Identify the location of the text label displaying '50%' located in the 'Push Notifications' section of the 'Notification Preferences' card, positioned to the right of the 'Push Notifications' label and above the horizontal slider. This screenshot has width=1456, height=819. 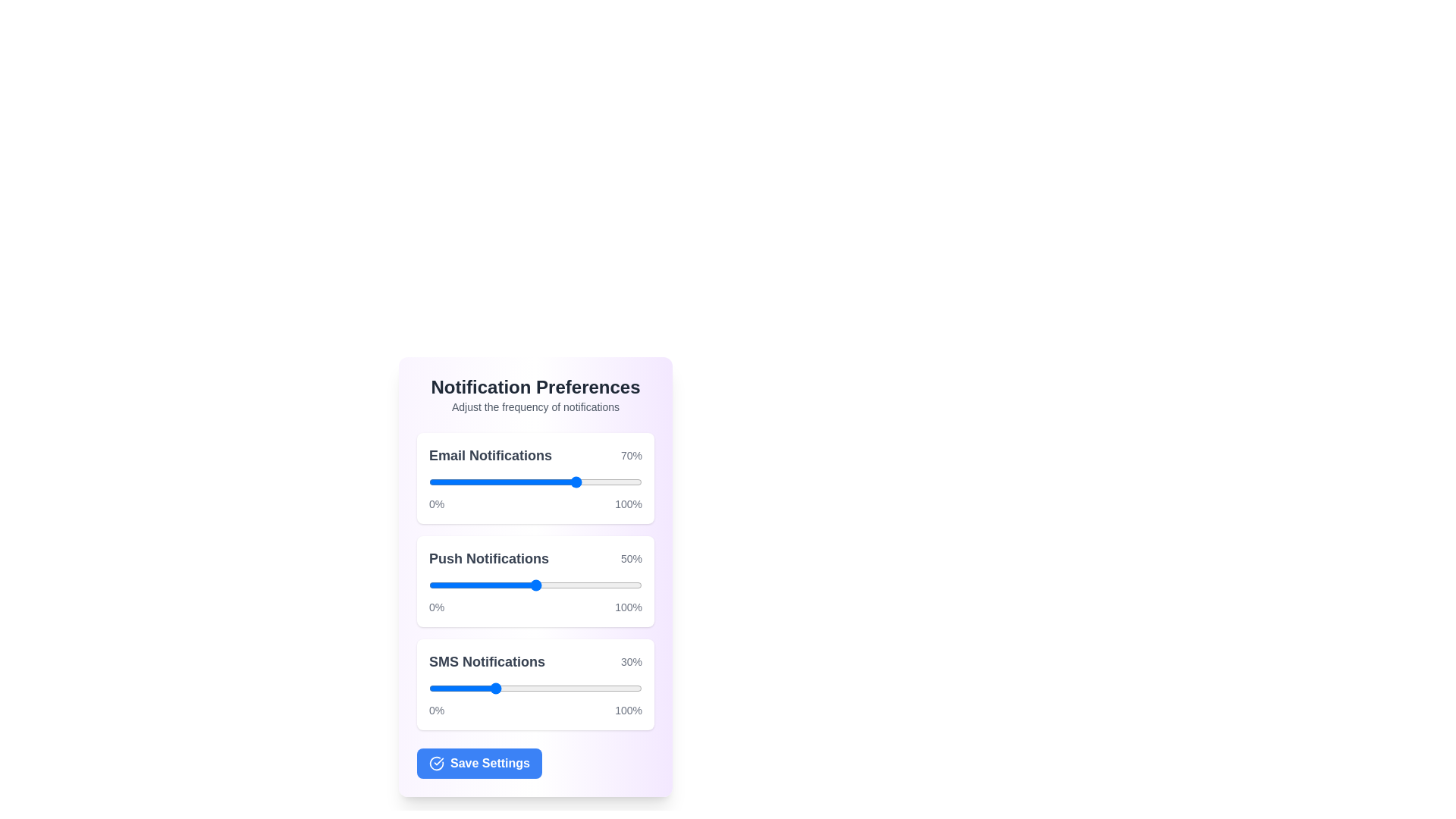
(631, 558).